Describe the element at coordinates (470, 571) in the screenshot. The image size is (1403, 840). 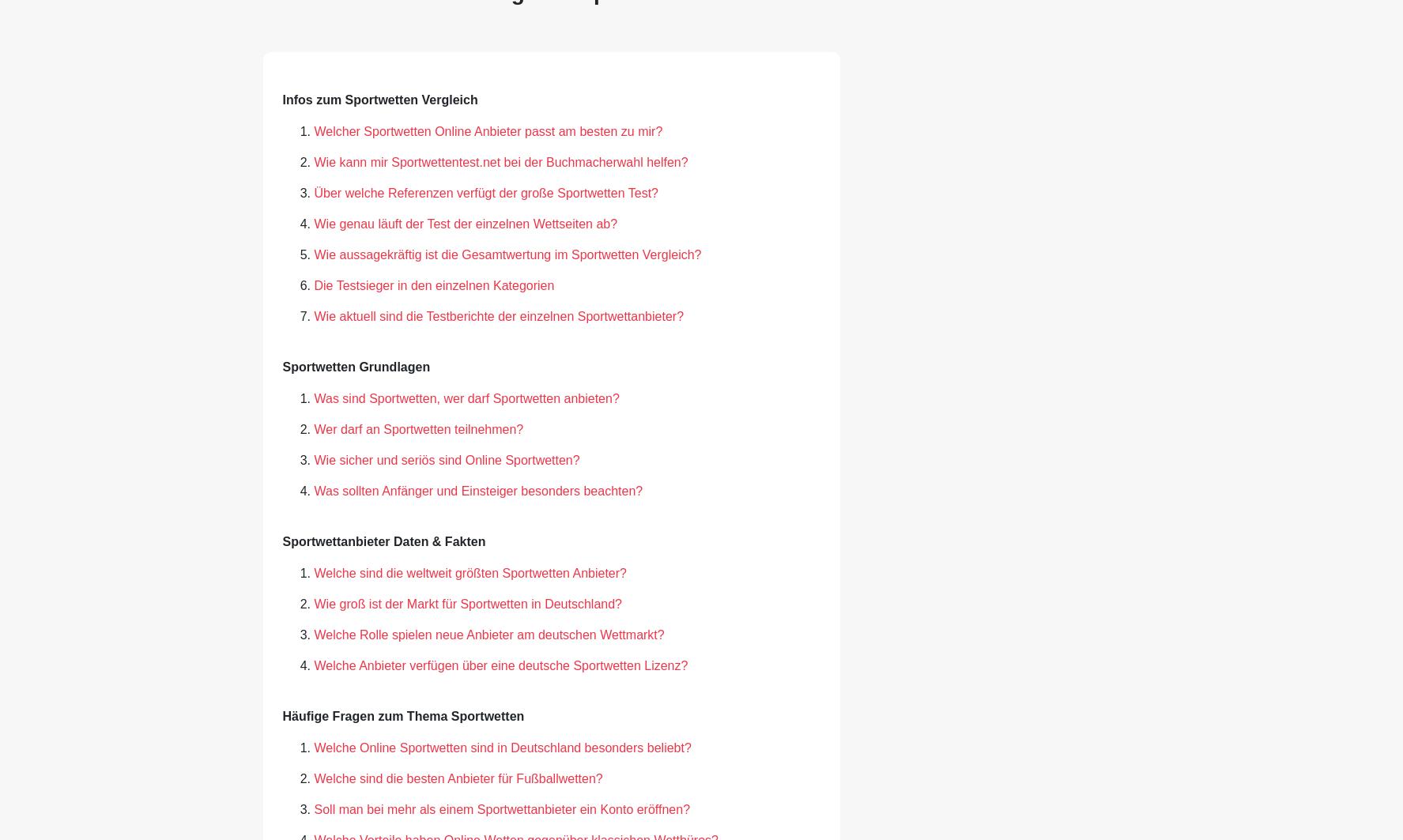
I see `'Welche sind die weltweit größten Sportwetten Anbieter?'` at that location.